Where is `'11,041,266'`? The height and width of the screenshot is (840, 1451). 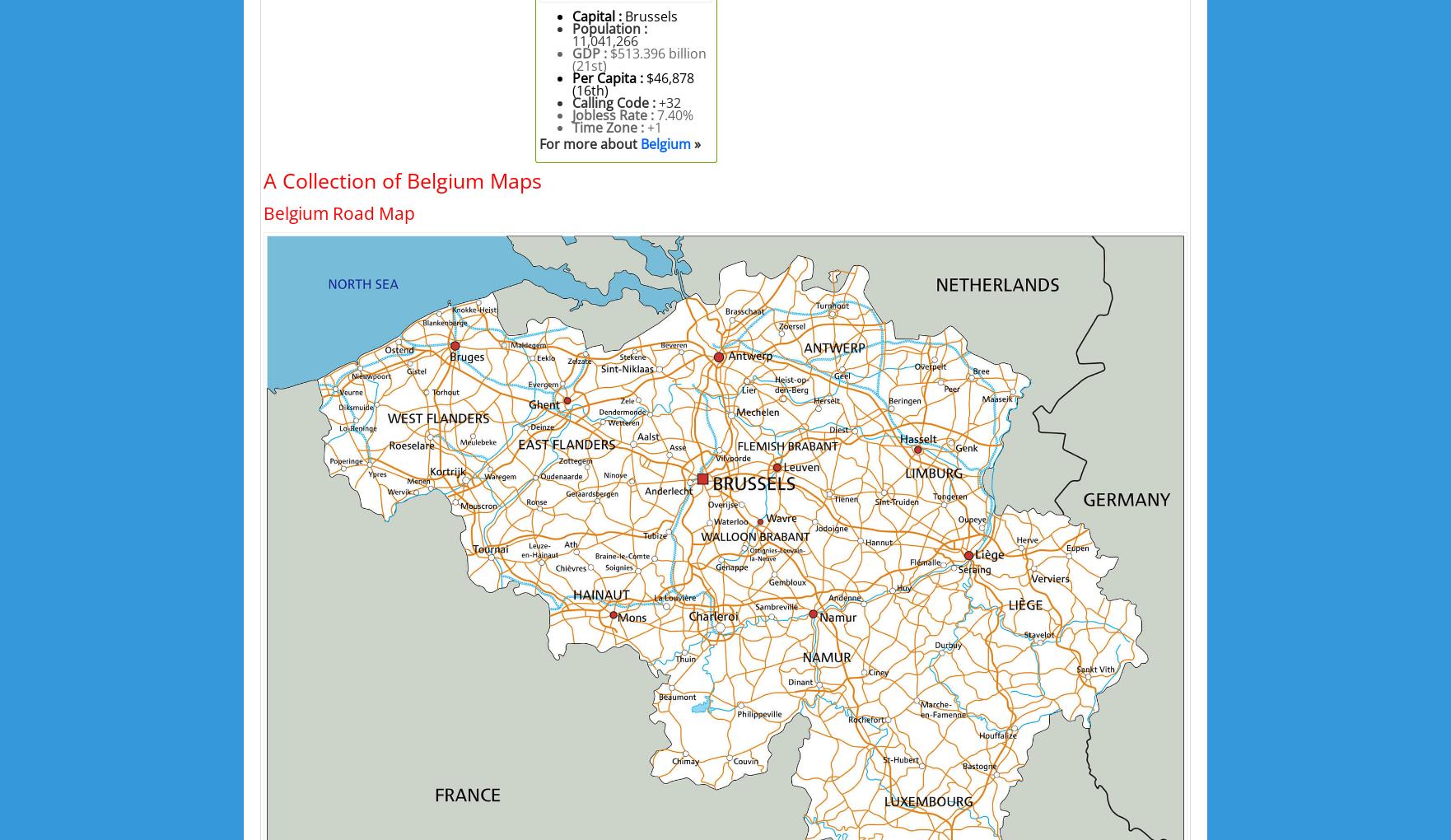
'11,041,266' is located at coordinates (604, 40).